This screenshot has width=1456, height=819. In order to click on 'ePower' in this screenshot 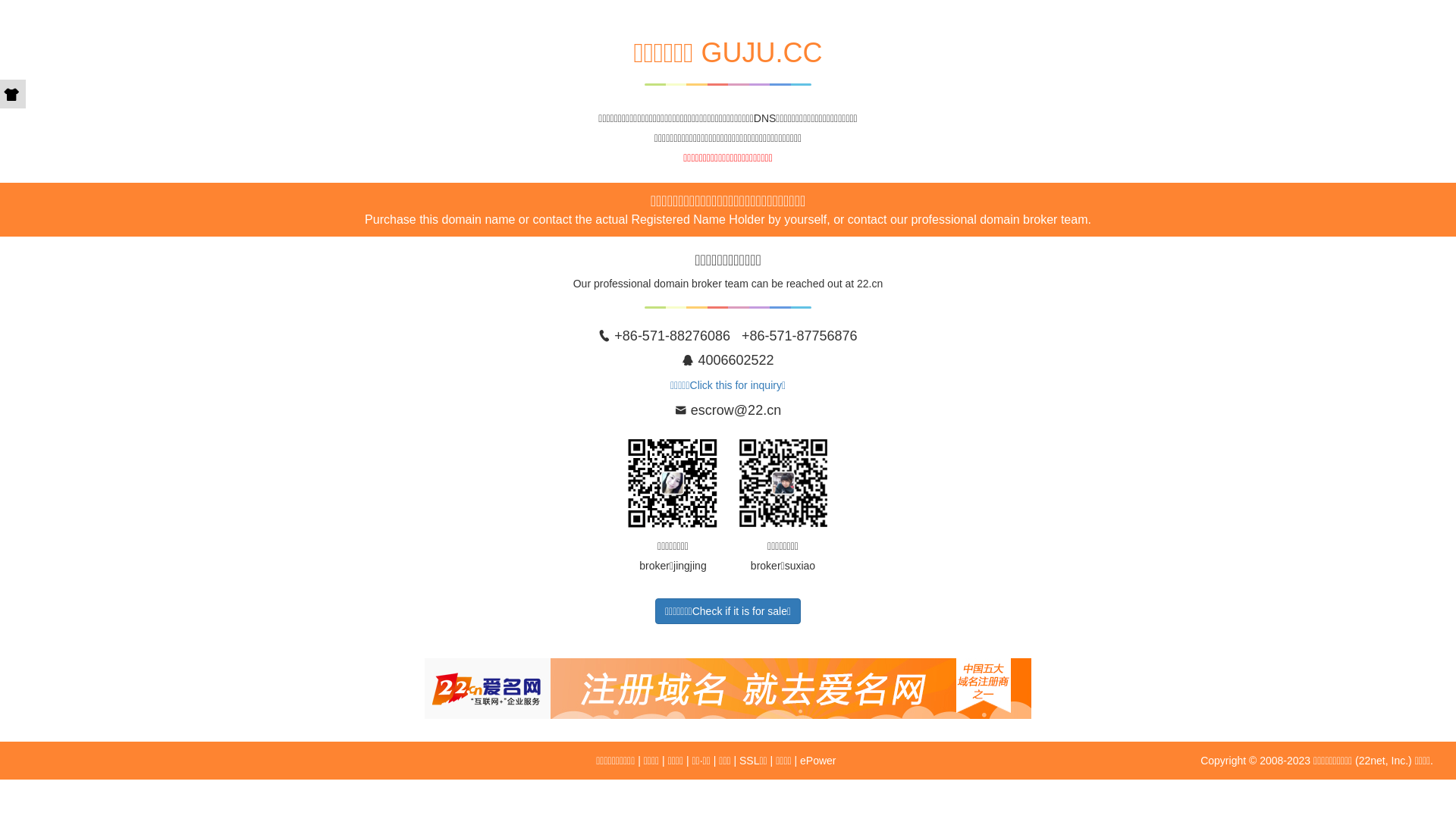, I will do `click(817, 760)`.